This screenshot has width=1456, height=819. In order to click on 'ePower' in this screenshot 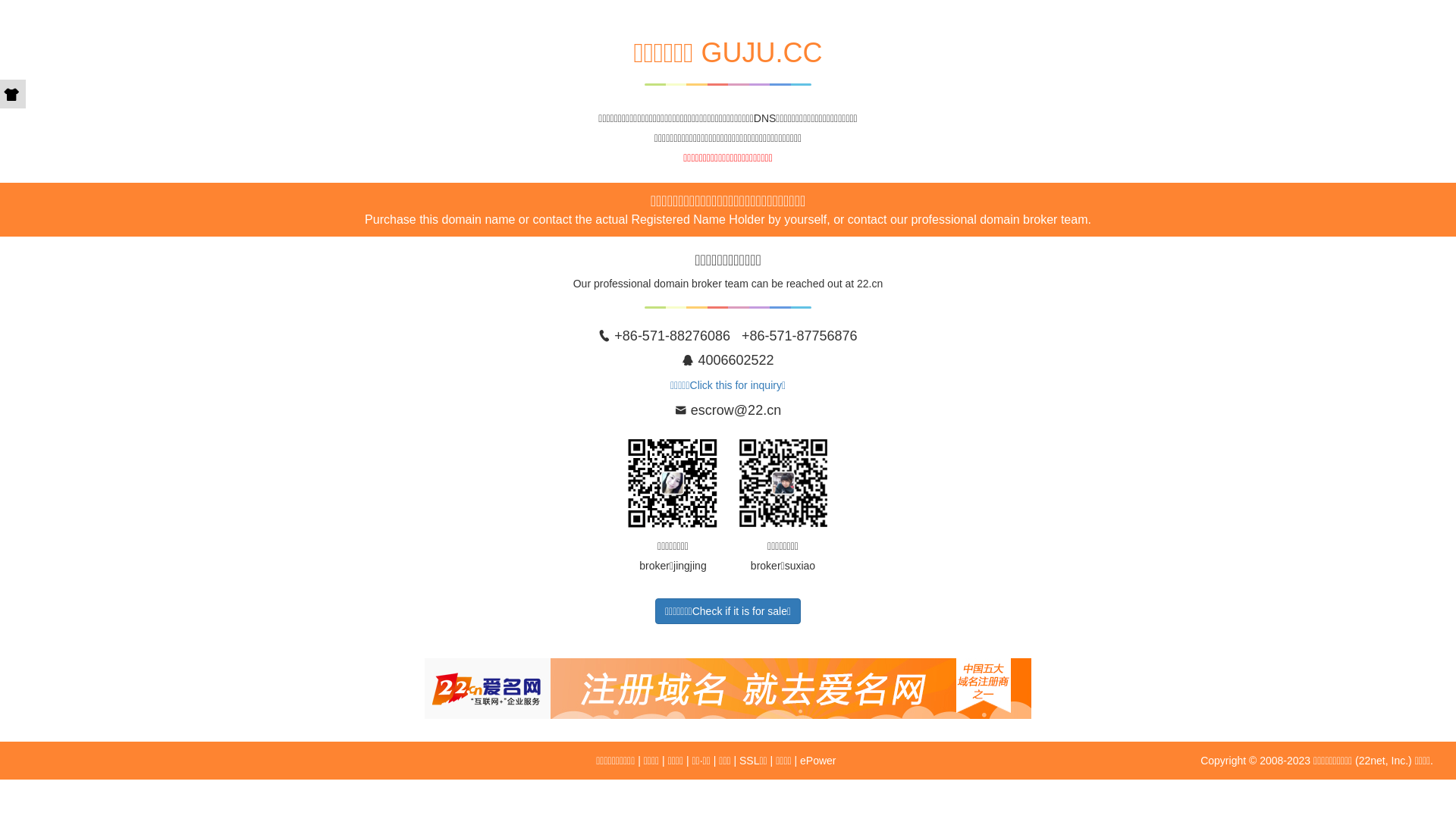, I will do `click(817, 760)`.